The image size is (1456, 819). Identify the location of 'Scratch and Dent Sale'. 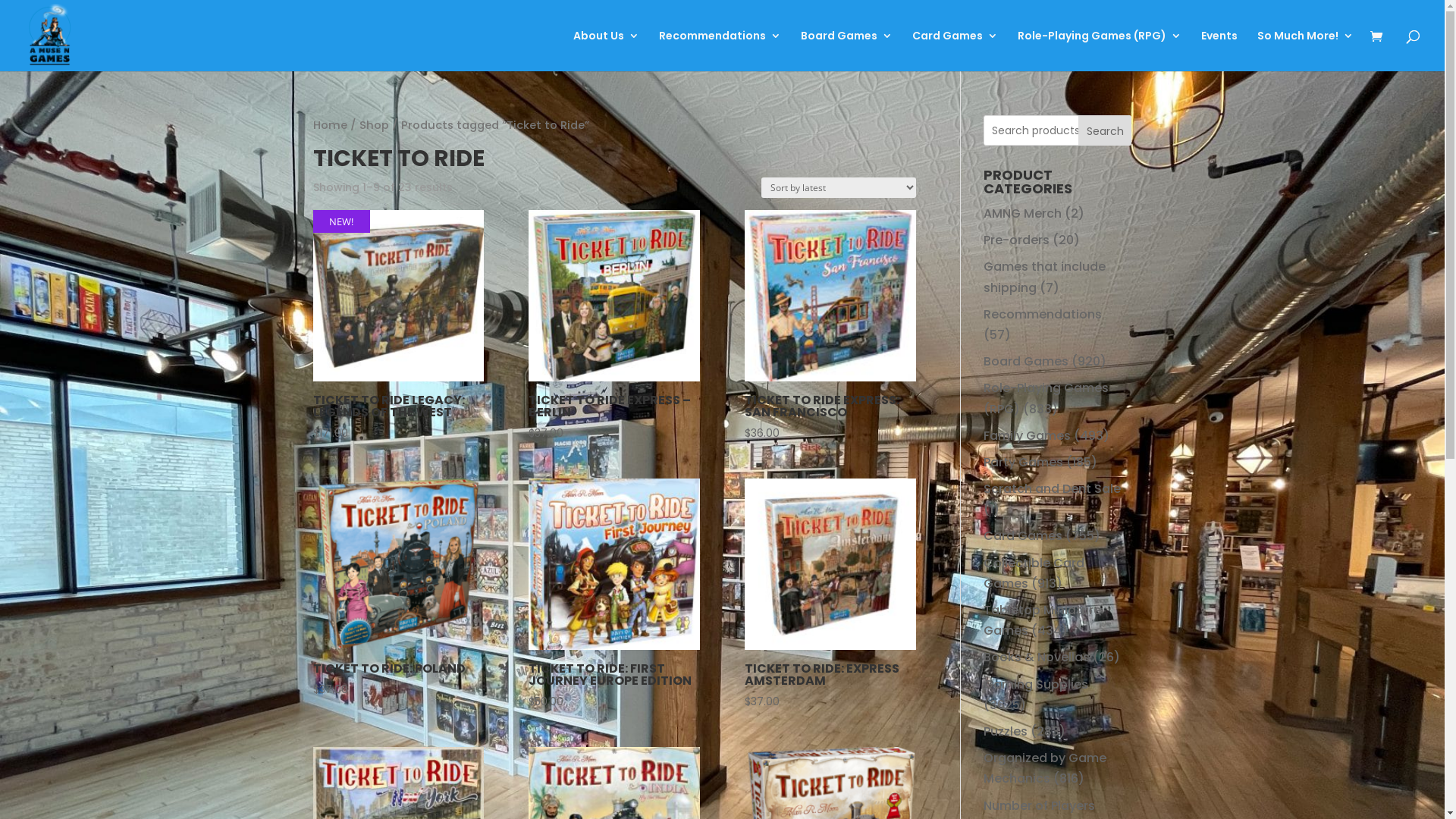
(1051, 488).